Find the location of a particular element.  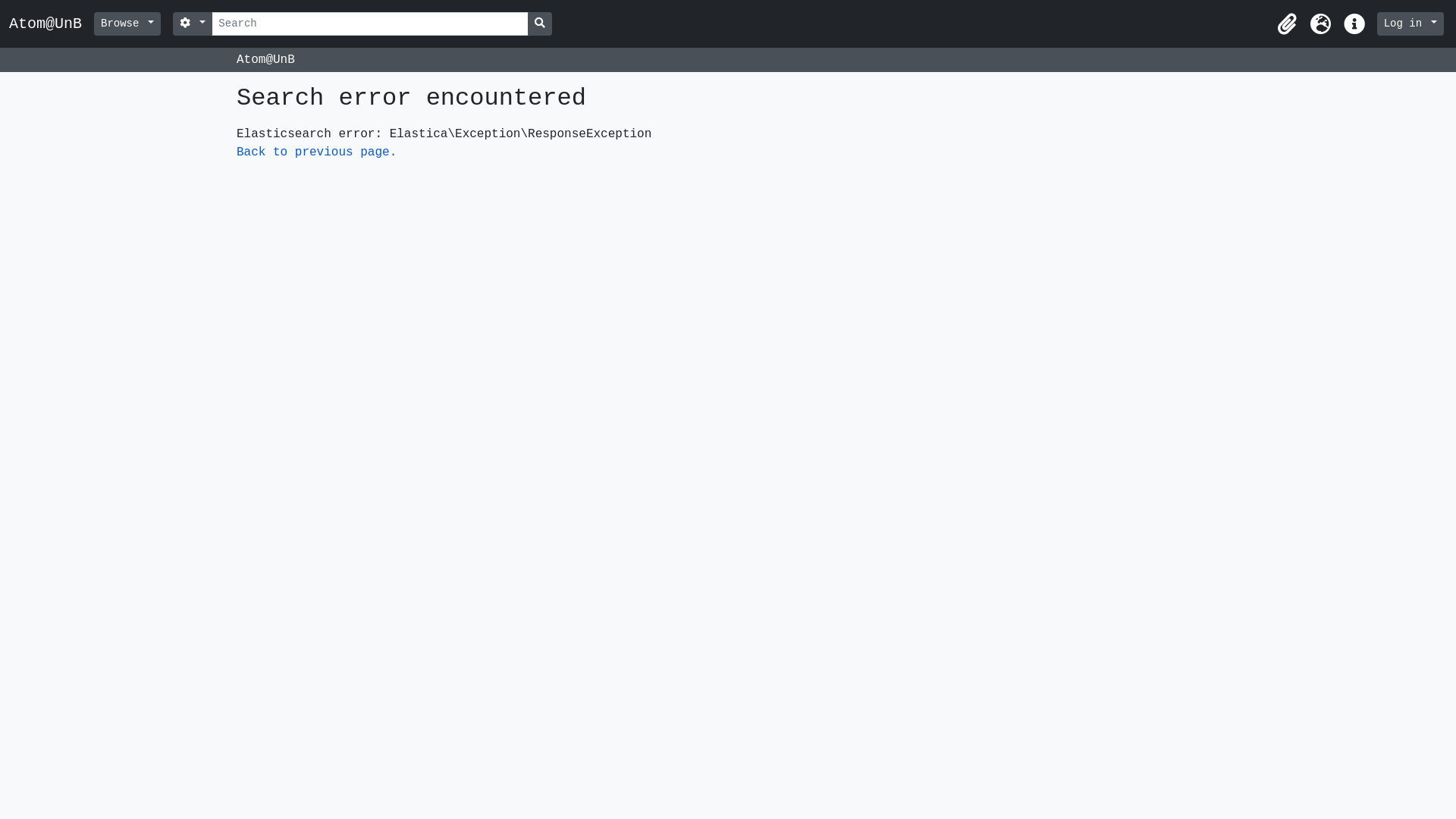

'Clipboard' is located at coordinates (1287, 24).